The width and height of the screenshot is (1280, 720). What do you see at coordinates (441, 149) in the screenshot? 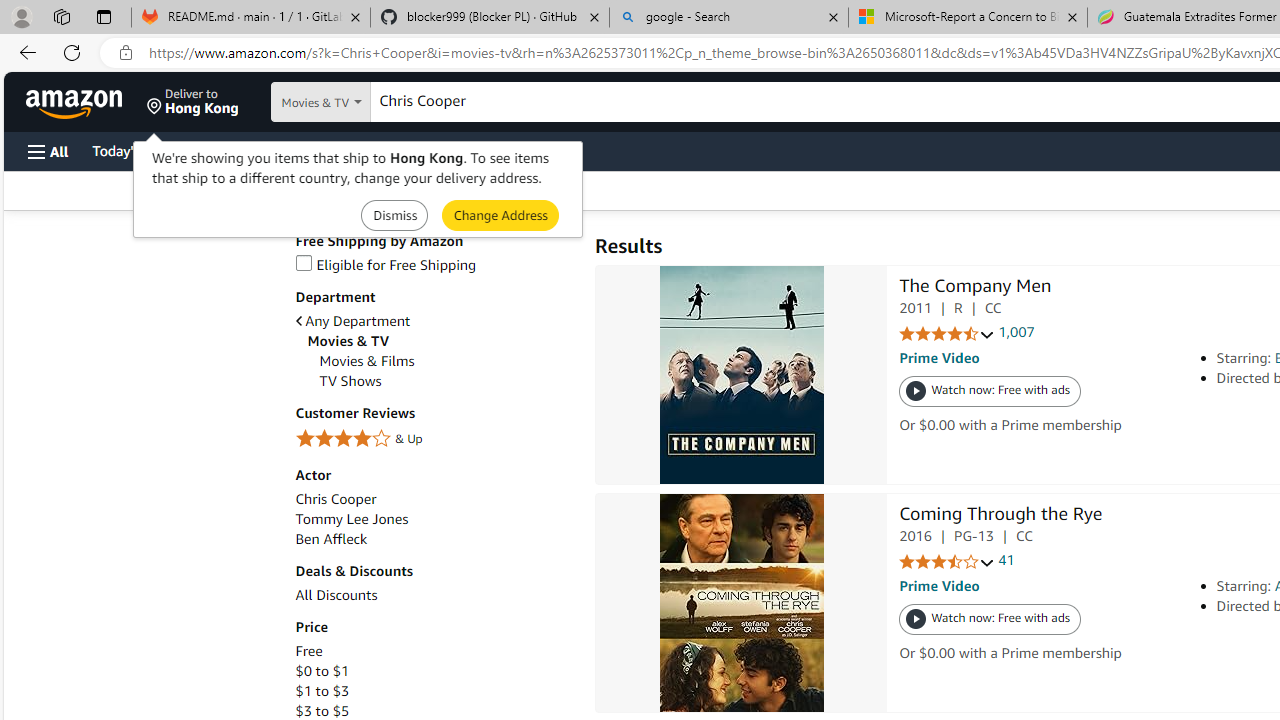
I see `'Gift Cards'` at bounding box center [441, 149].